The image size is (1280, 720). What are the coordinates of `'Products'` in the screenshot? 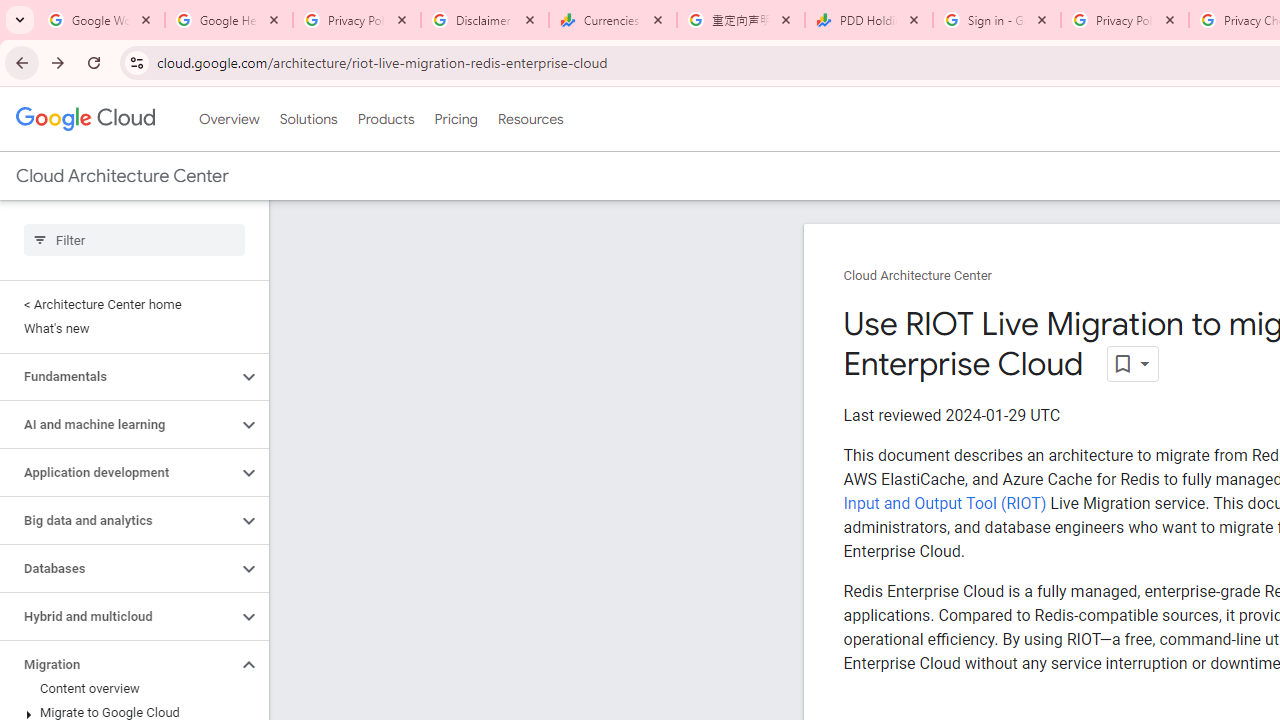 It's located at (385, 119).